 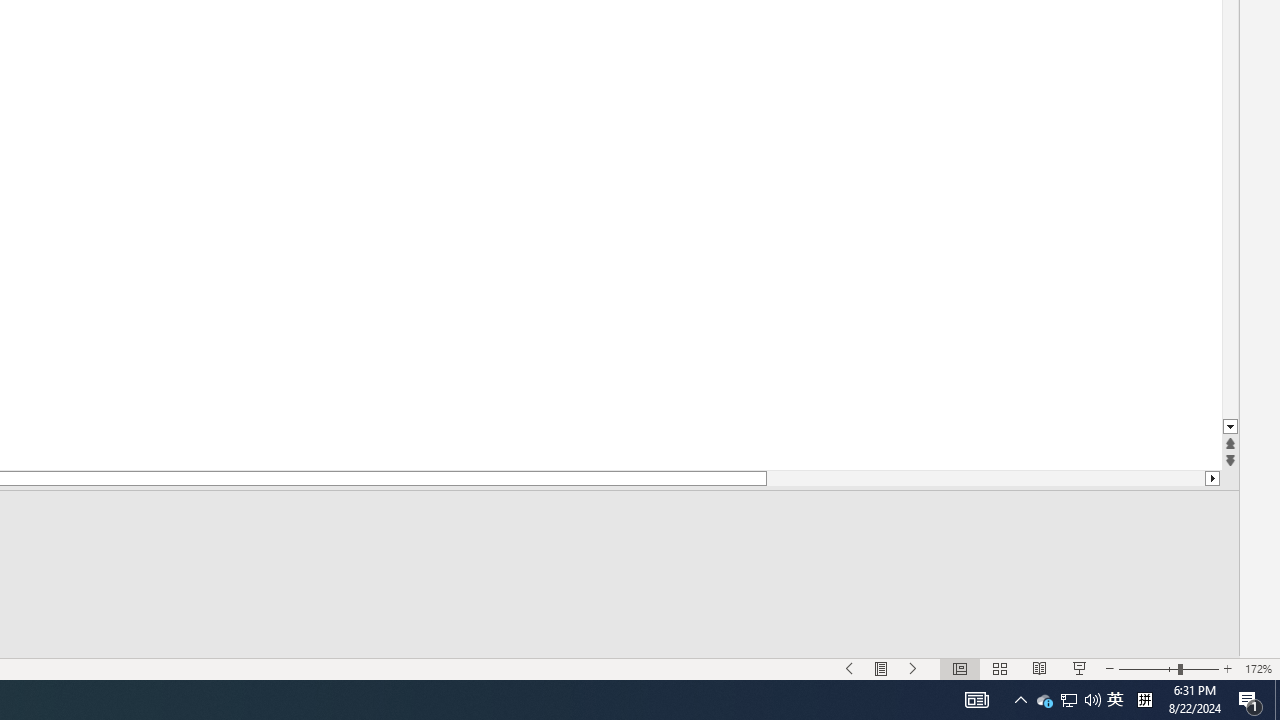 I want to click on 'Zoom 172%', so click(x=1257, y=669).